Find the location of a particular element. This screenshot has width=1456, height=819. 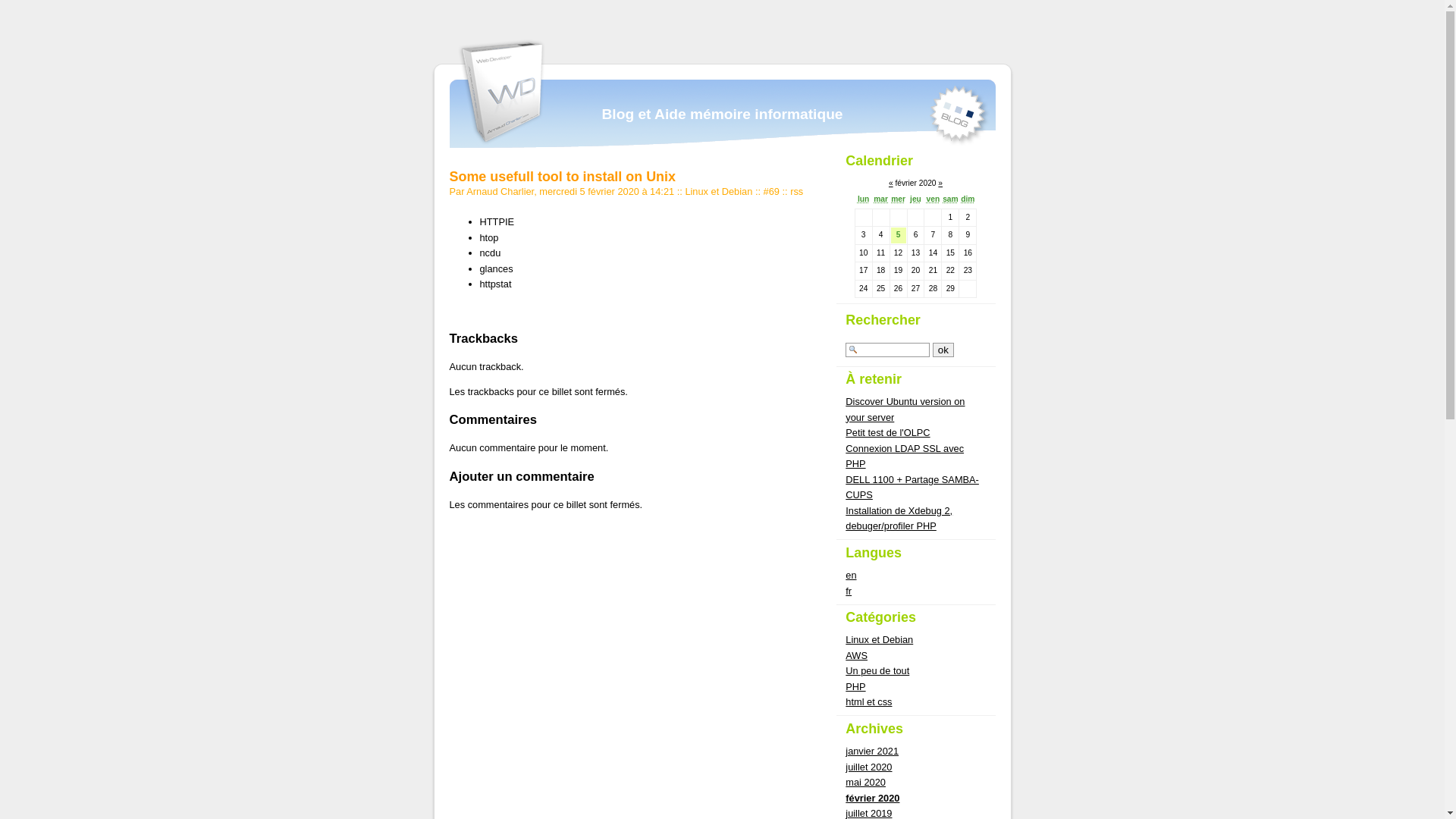

'fr' is located at coordinates (847, 590).